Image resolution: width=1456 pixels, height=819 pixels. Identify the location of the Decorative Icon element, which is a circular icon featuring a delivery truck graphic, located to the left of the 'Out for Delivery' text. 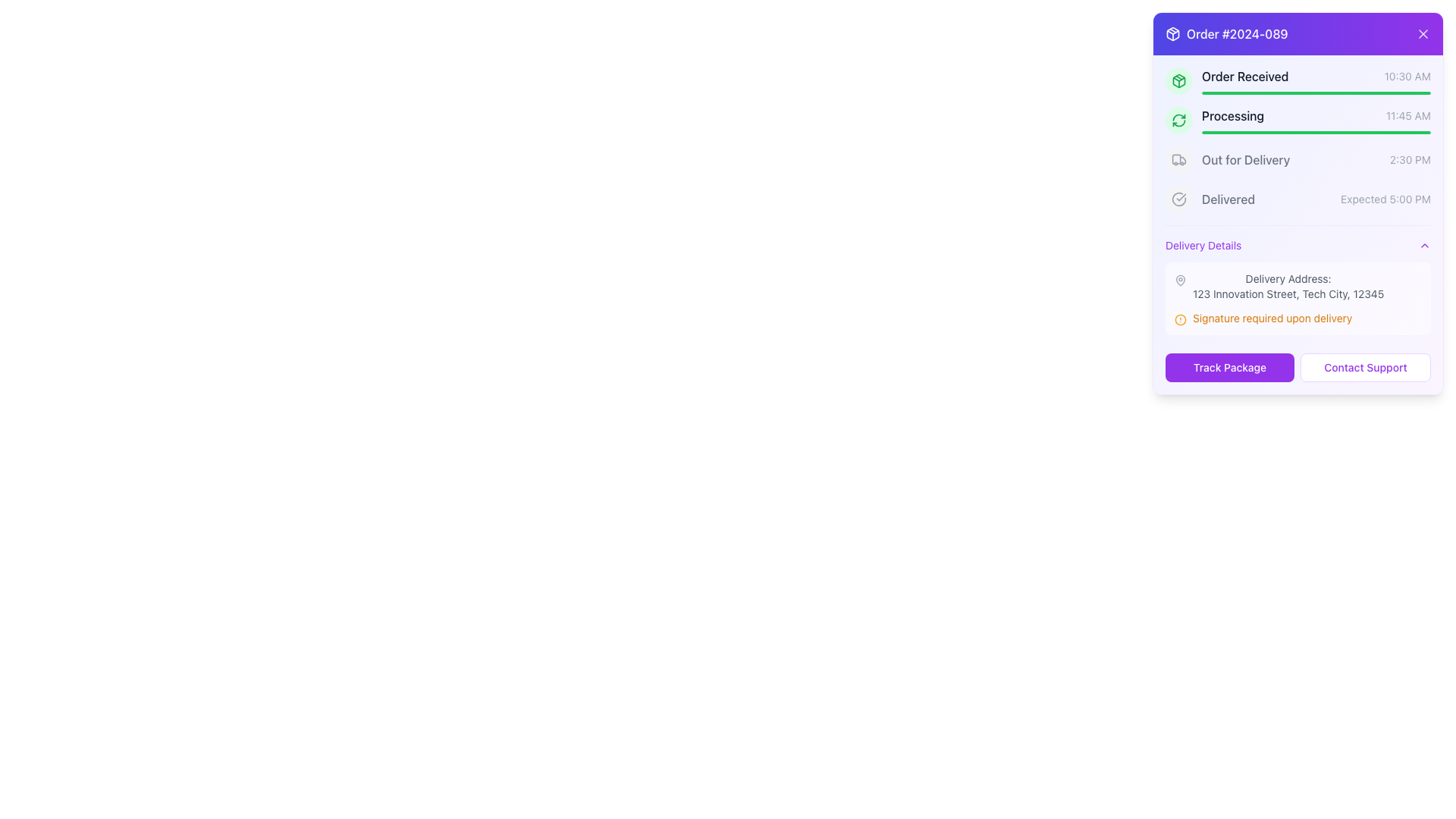
(1178, 160).